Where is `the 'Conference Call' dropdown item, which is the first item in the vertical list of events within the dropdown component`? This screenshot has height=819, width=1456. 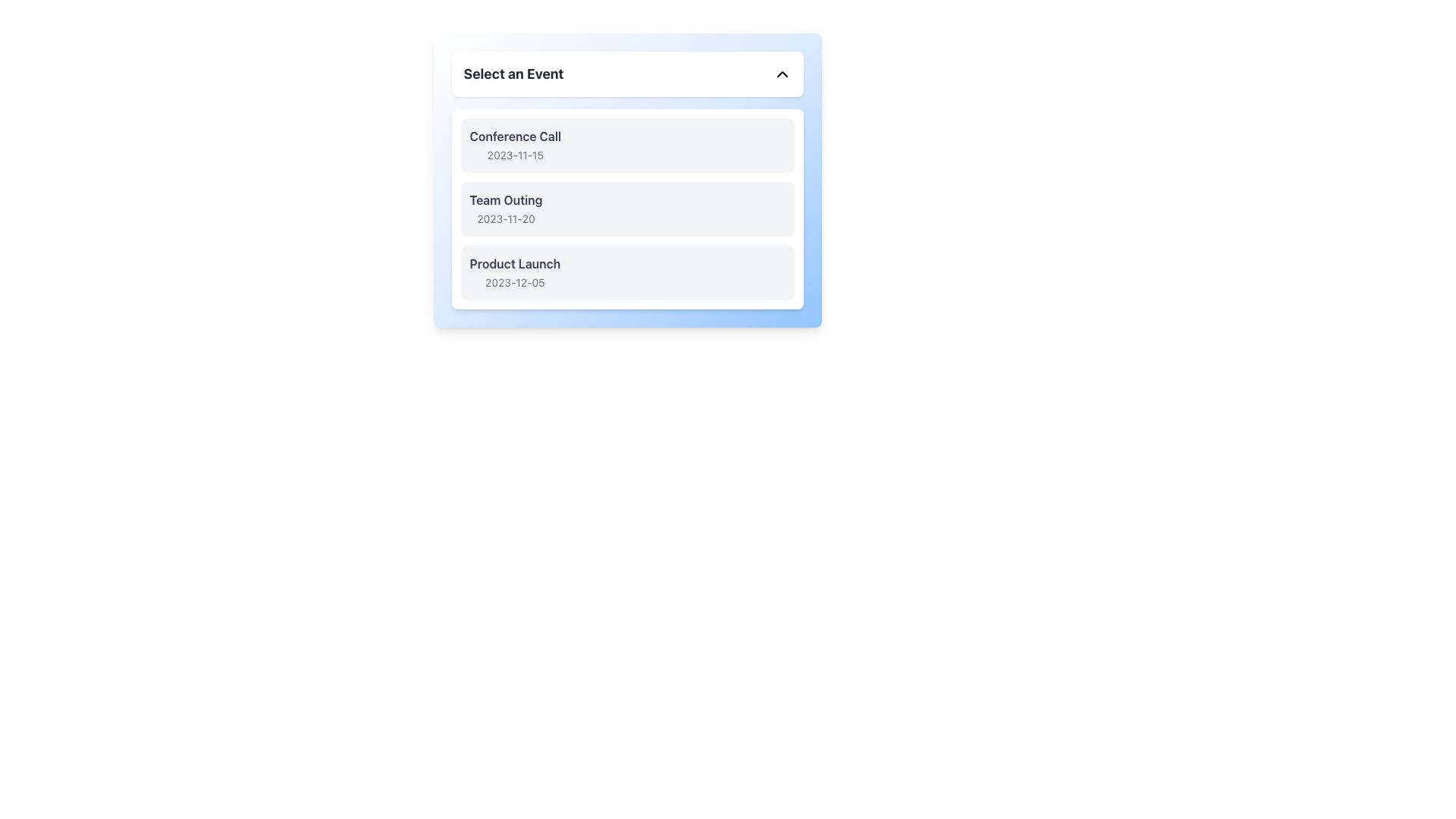
the 'Conference Call' dropdown item, which is the first item in the vertical list of events within the dropdown component is located at coordinates (515, 146).